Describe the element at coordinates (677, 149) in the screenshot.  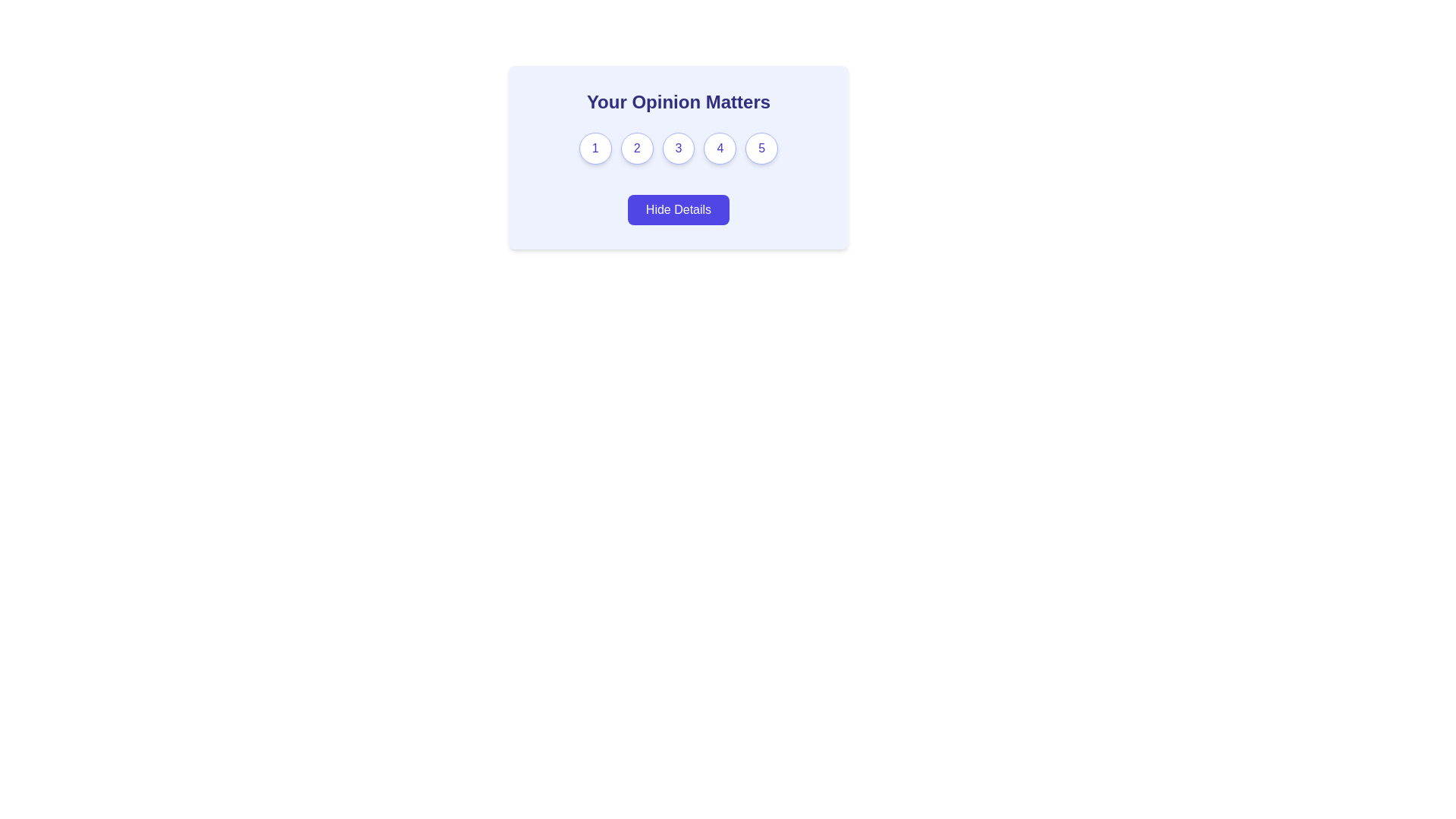
I see `the third button in the horizontally-aligned group of five numbered buttons` at that location.